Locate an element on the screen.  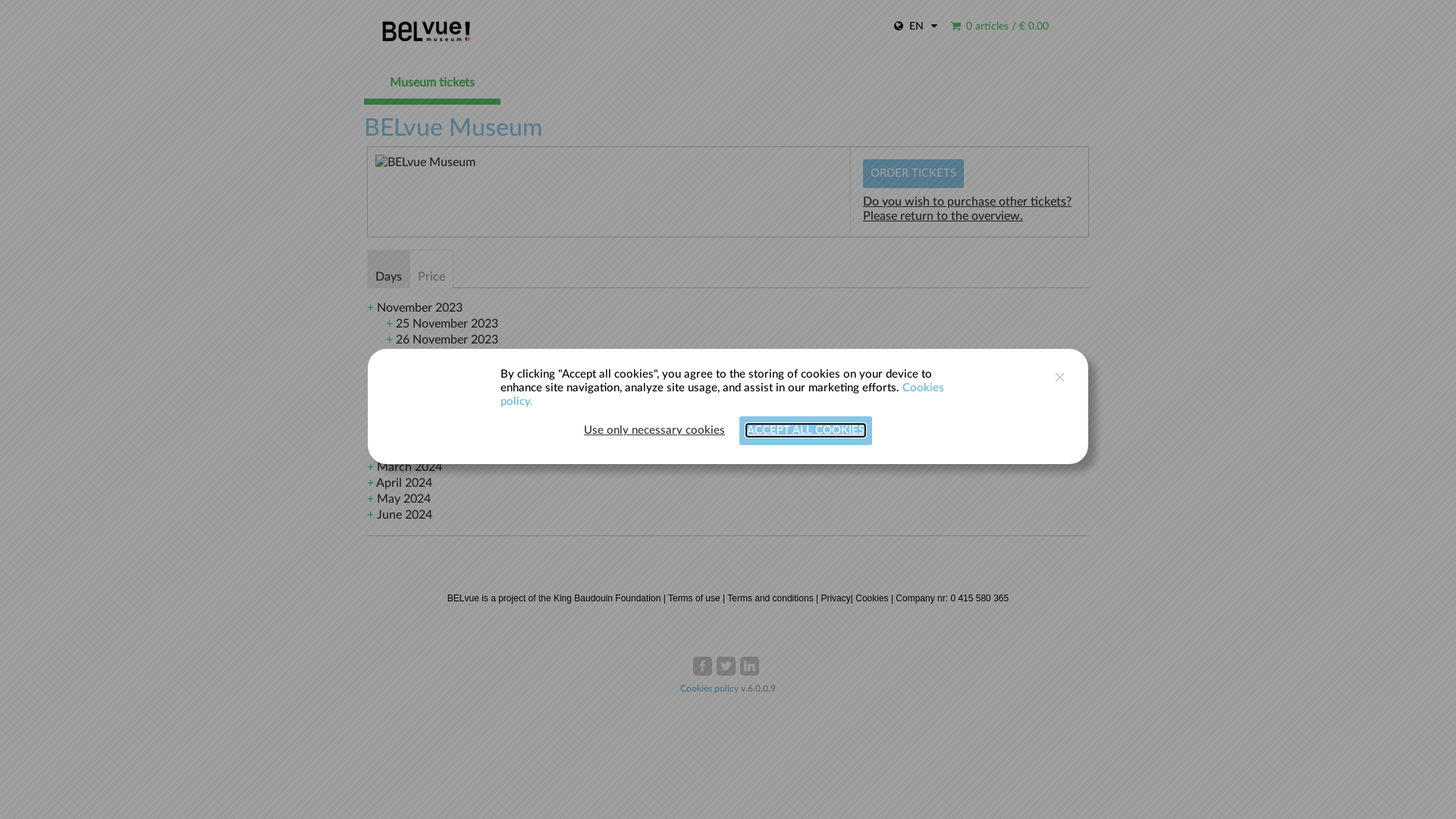
'May 2024' is located at coordinates (403, 499).